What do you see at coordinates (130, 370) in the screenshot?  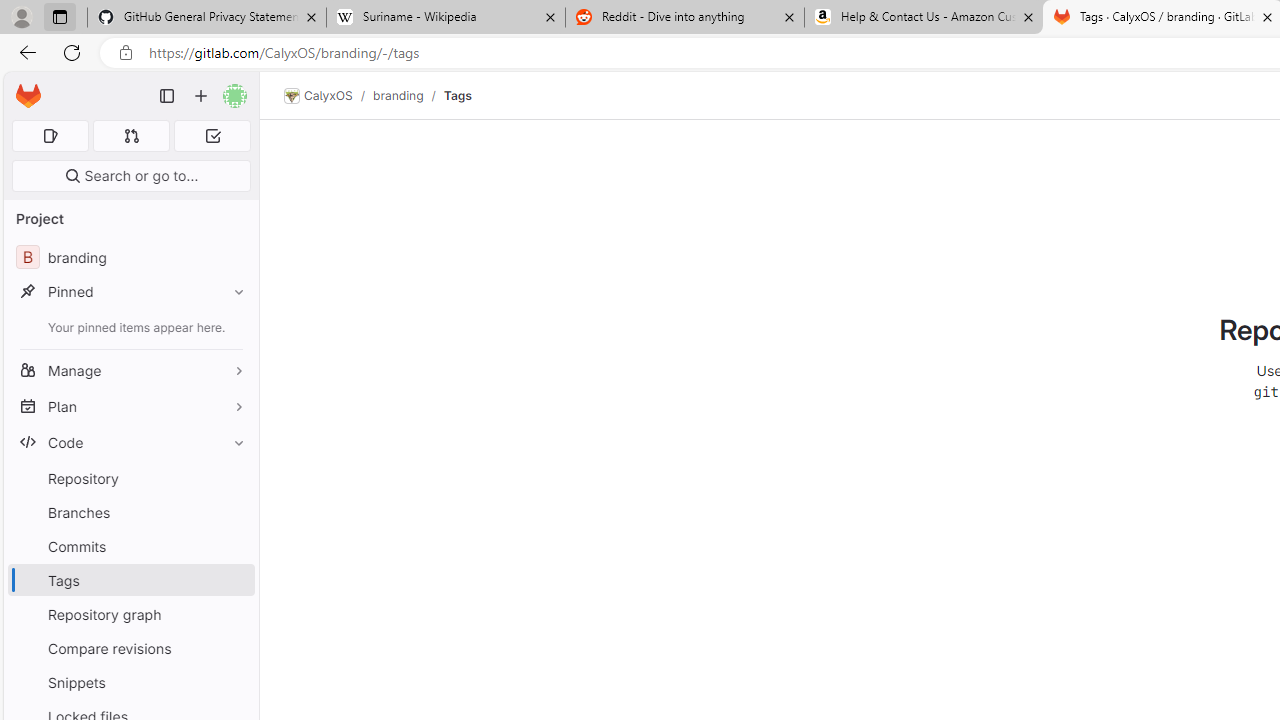 I see `'Manage'` at bounding box center [130, 370].